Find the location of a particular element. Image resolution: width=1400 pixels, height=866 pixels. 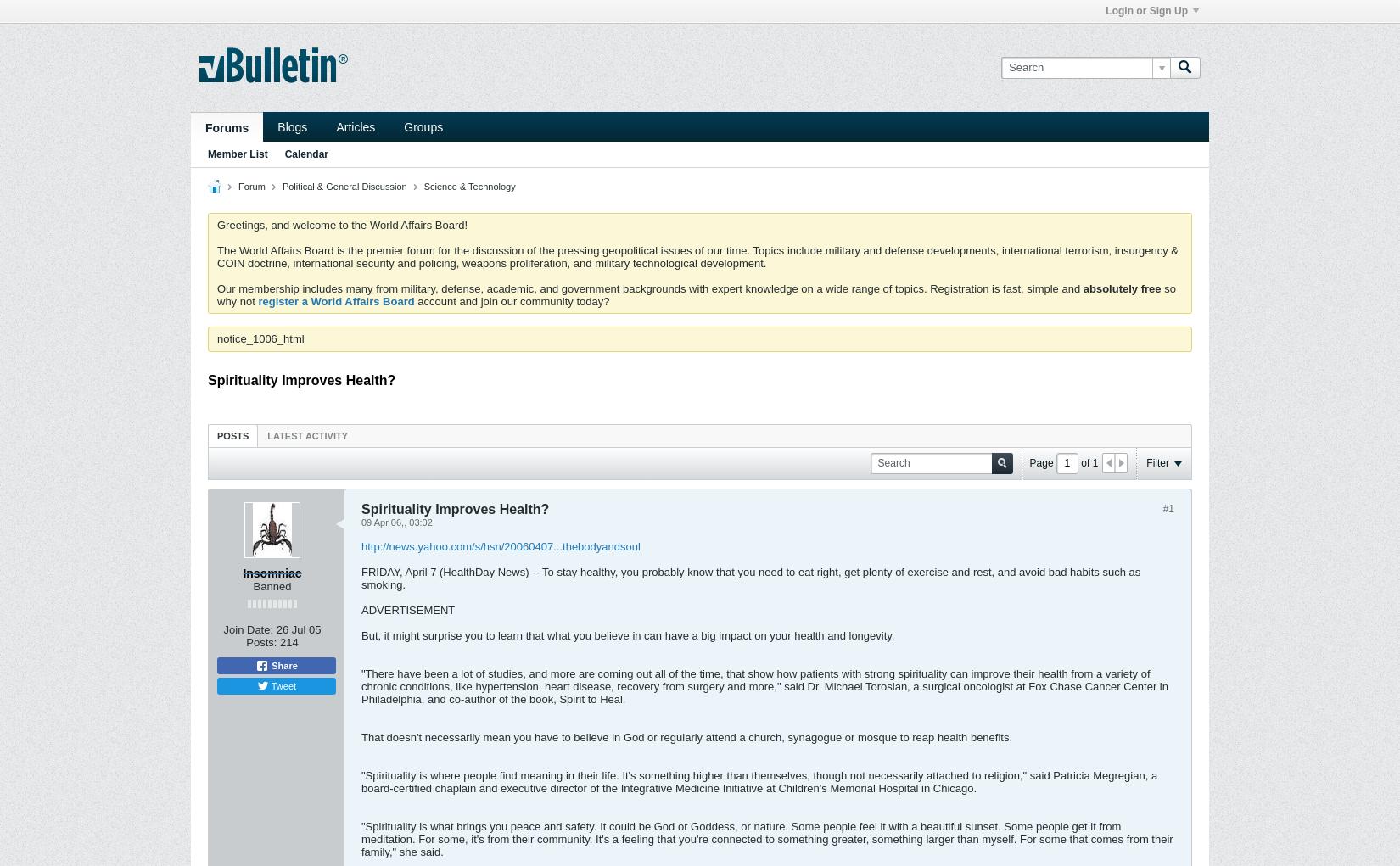

'214' is located at coordinates (288, 641).